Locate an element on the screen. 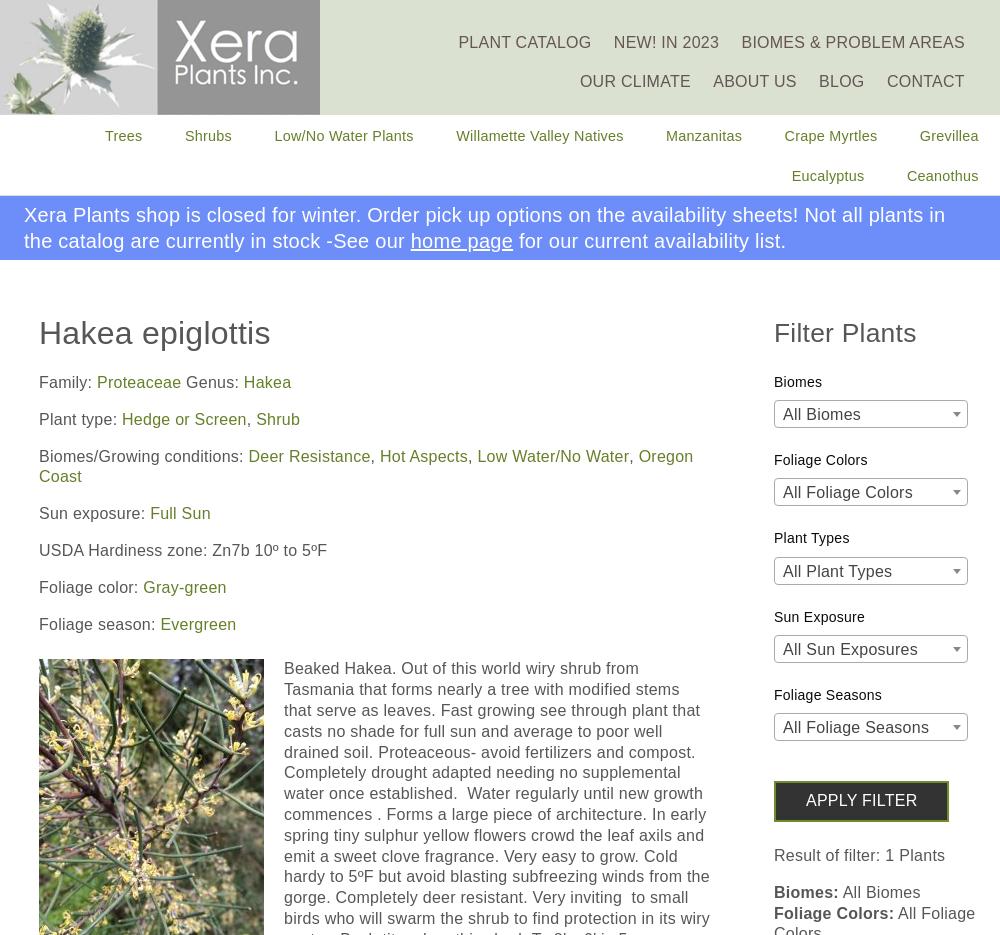 The width and height of the screenshot is (1000, 935). 'Full Sun' is located at coordinates (180, 512).